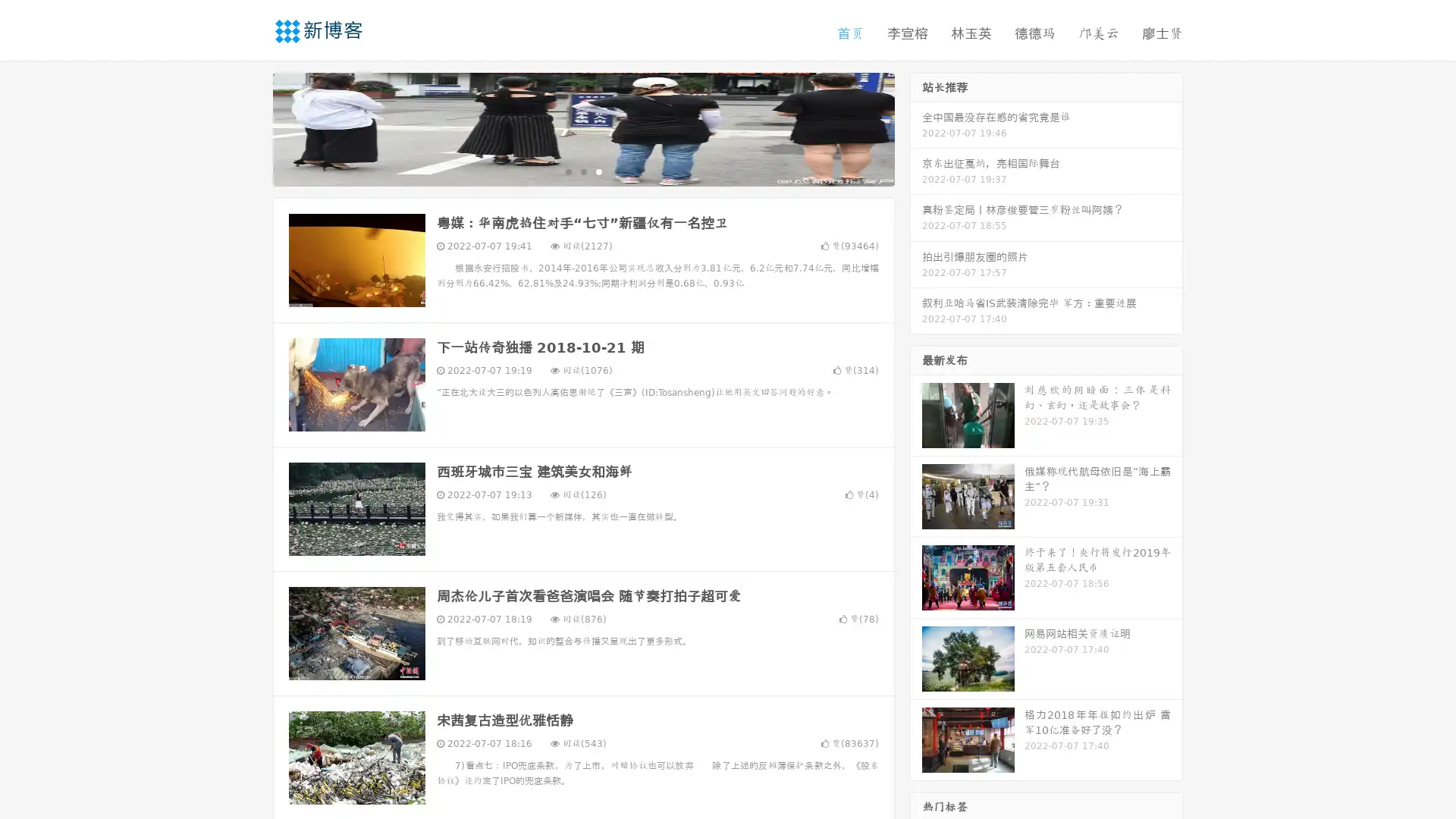 The height and width of the screenshot is (819, 1456). Describe the element at coordinates (916, 127) in the screenshot. I see `Next slide` at that location.